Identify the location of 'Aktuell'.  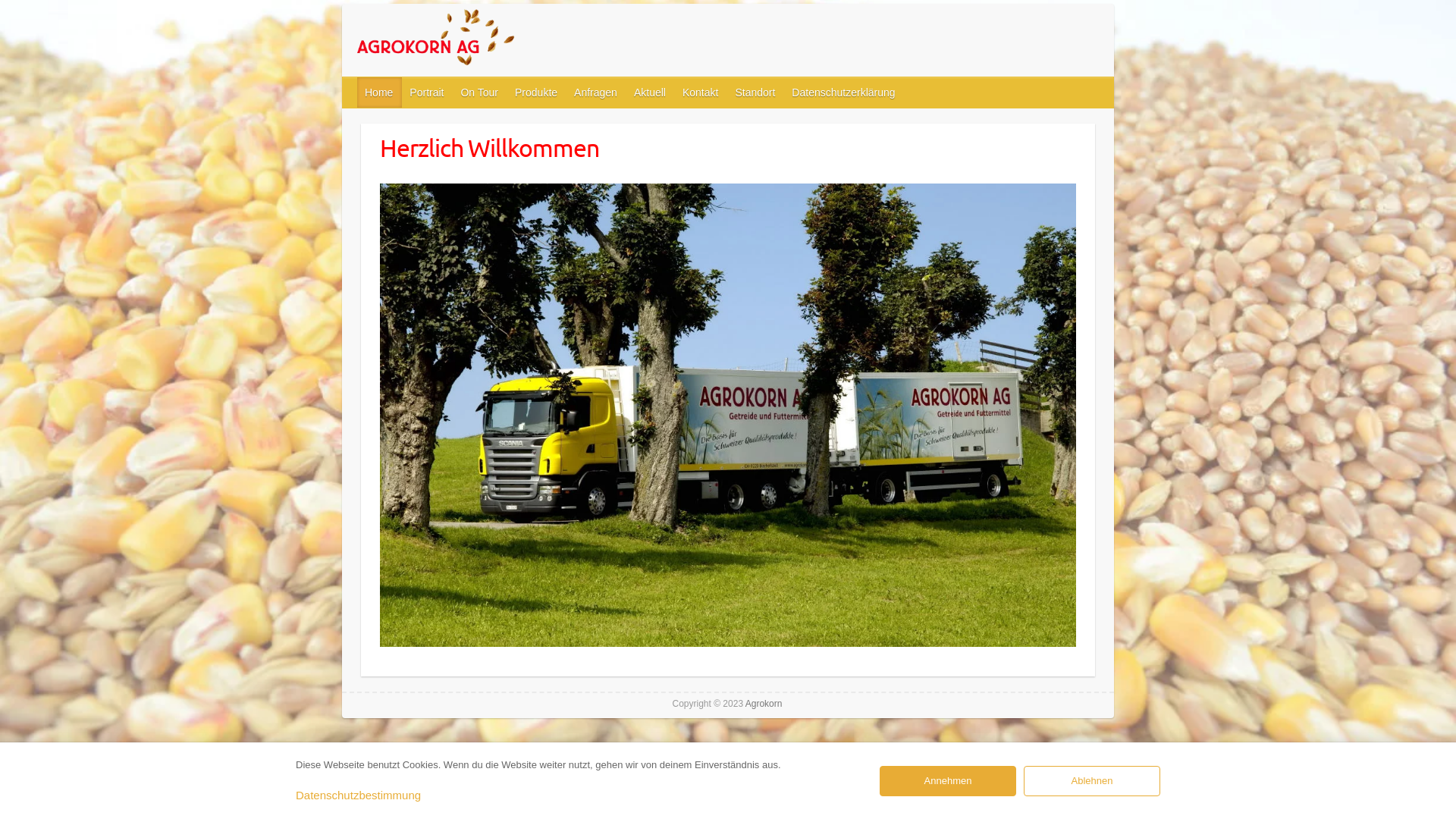
(651, 93).